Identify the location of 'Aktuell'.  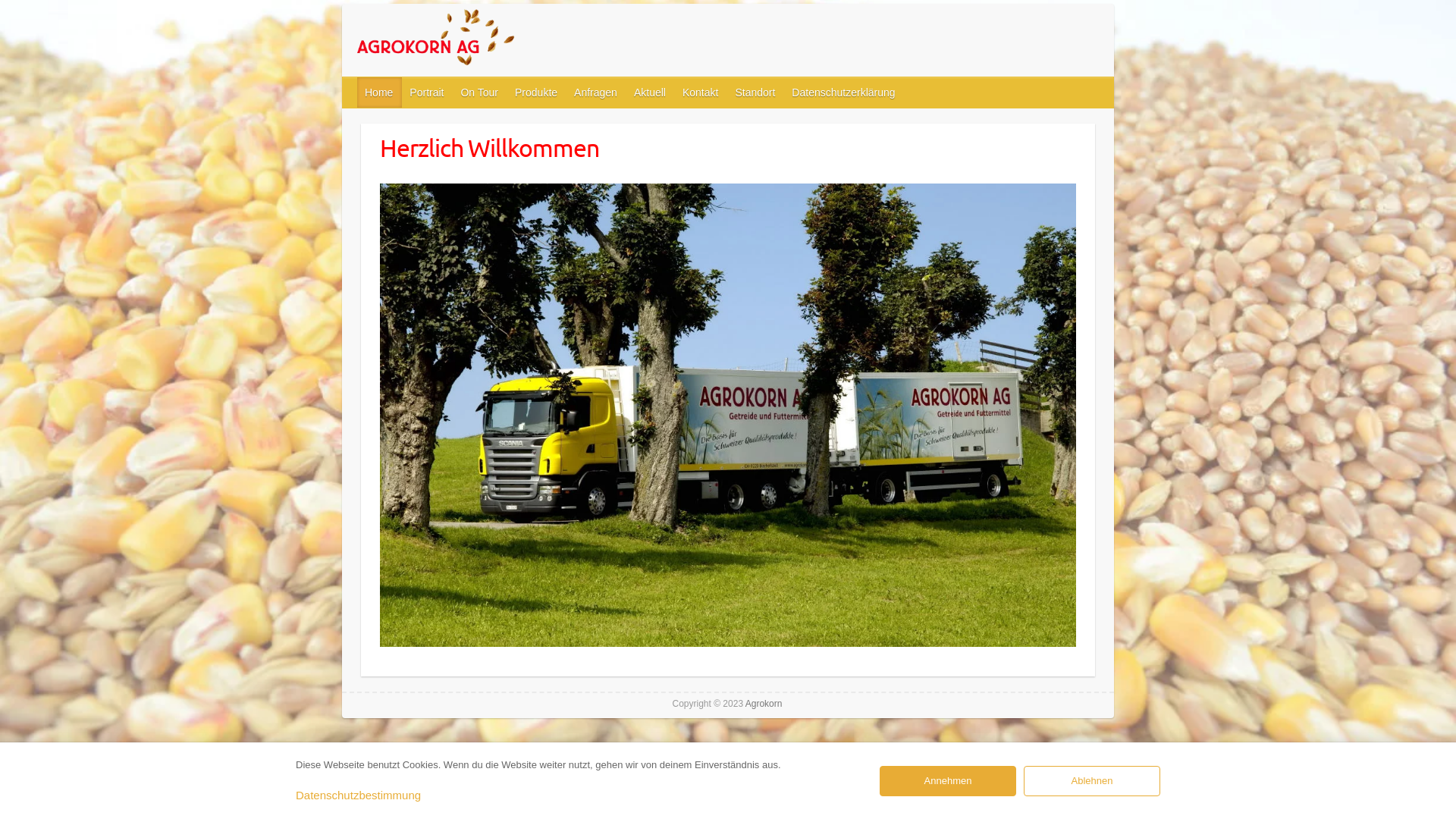
(651, 93).